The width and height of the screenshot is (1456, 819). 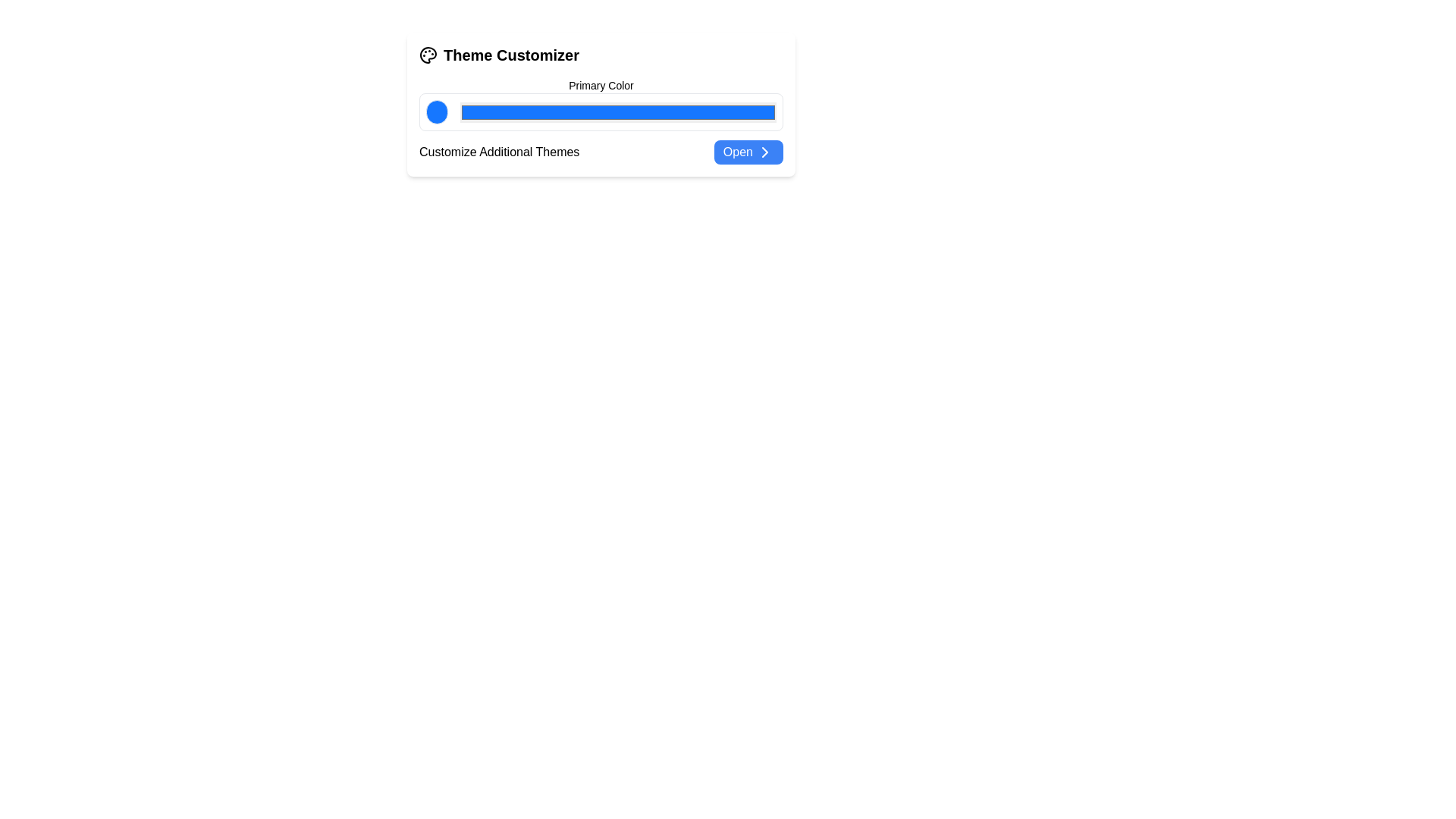 I want to click on the Color picker component, so click(x=600, y=111).